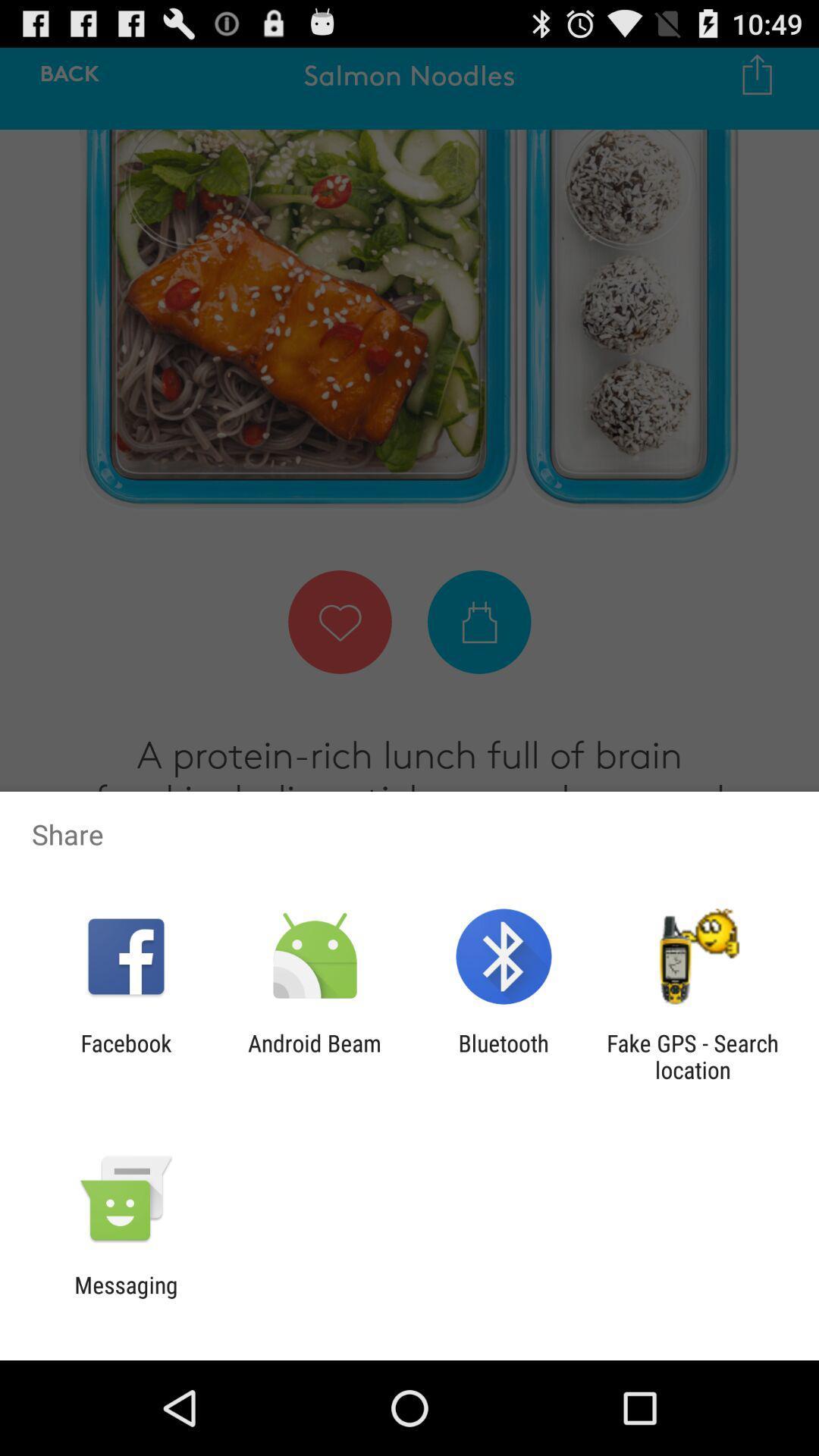 The image size is (819, 1456). I want to click on the android beam icon, so click(314, 1056).